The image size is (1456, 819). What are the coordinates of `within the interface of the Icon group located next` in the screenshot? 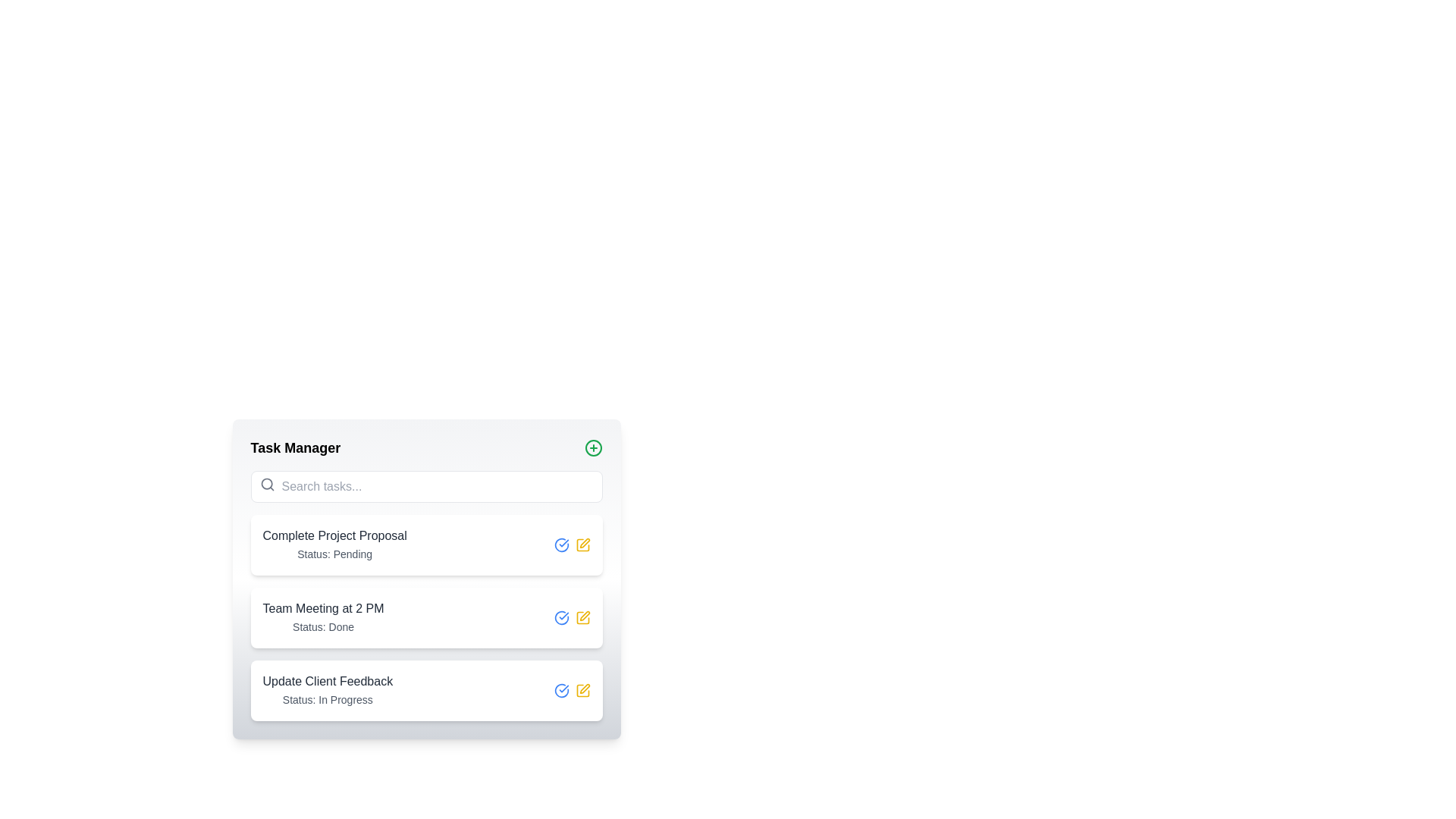 It's located at (571, 544).